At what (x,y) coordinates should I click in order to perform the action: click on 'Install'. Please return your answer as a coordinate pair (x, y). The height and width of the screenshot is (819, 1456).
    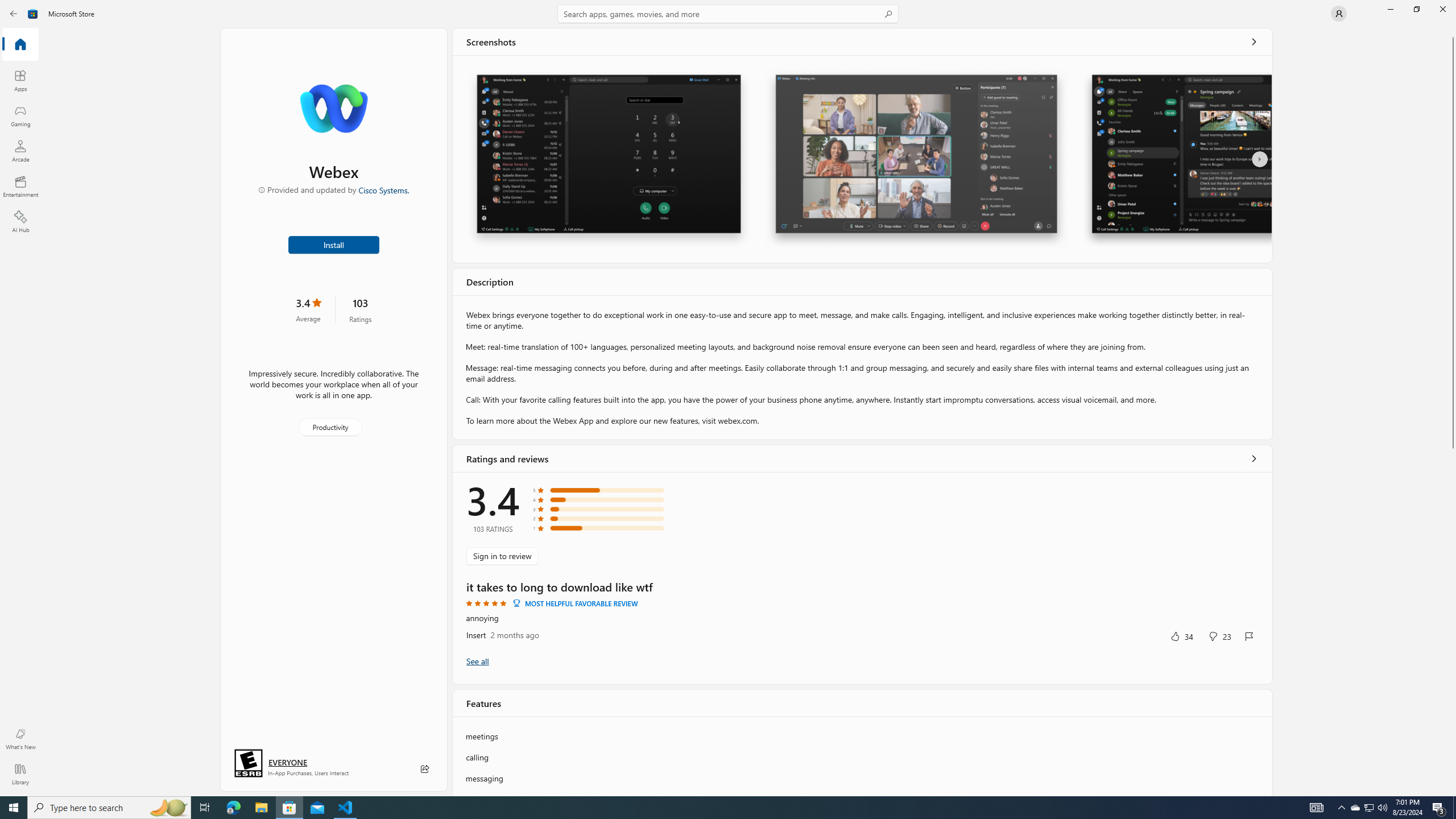
    Looking at the image, I should click on (334, 243).